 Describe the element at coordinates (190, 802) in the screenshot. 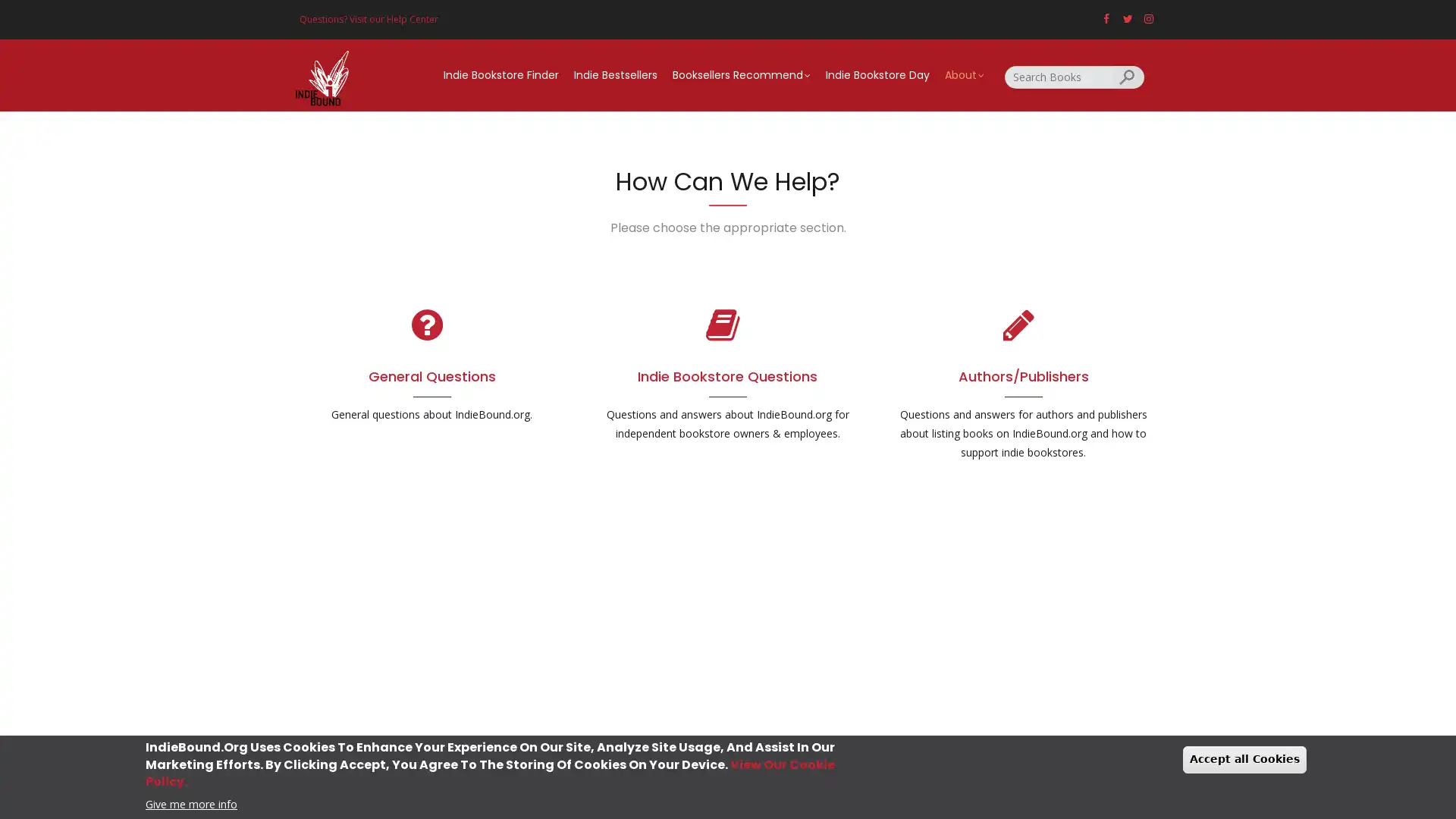

I see `Give me more info` at that location.